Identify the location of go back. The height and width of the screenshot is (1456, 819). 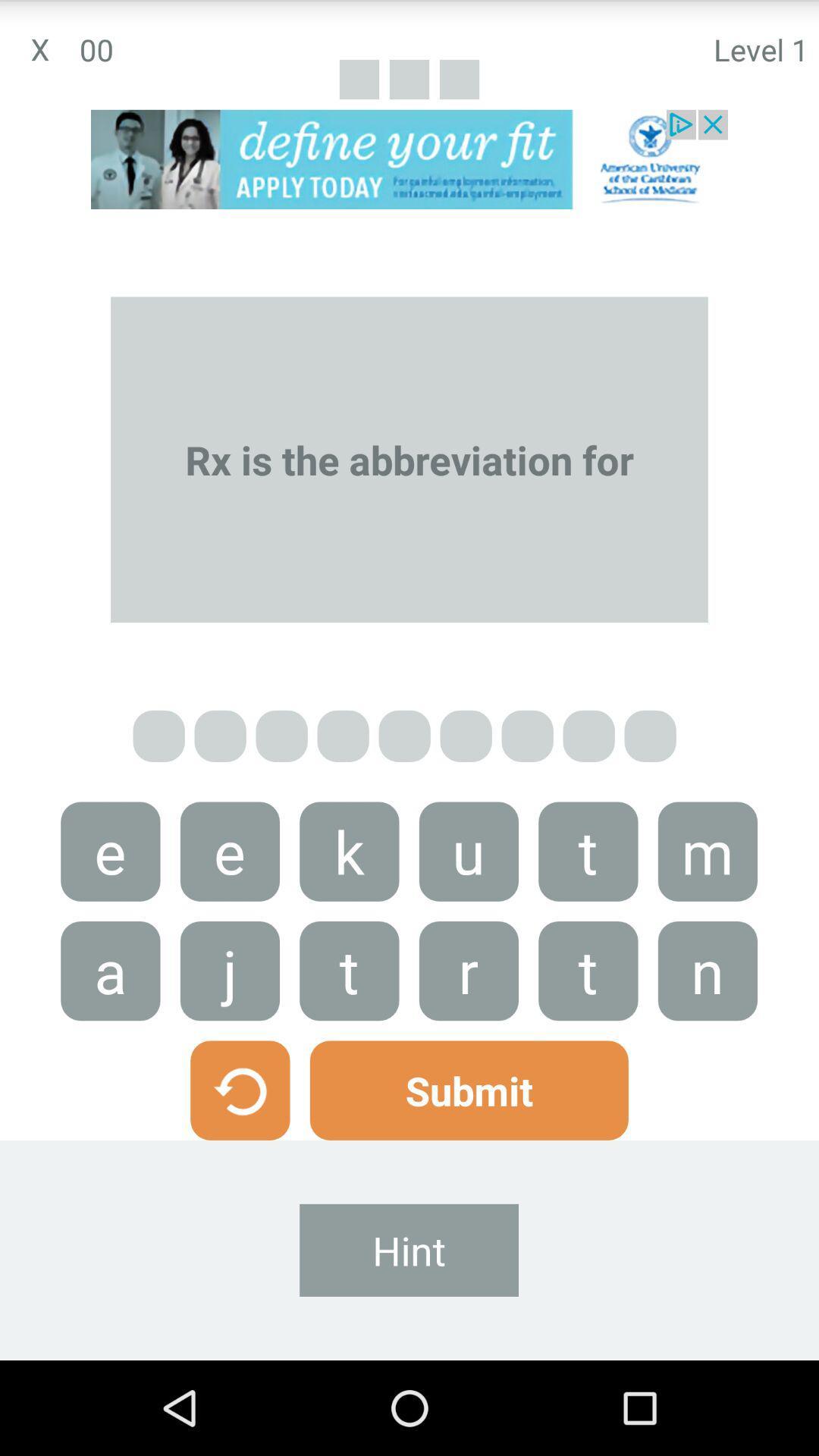
(239, 1090).